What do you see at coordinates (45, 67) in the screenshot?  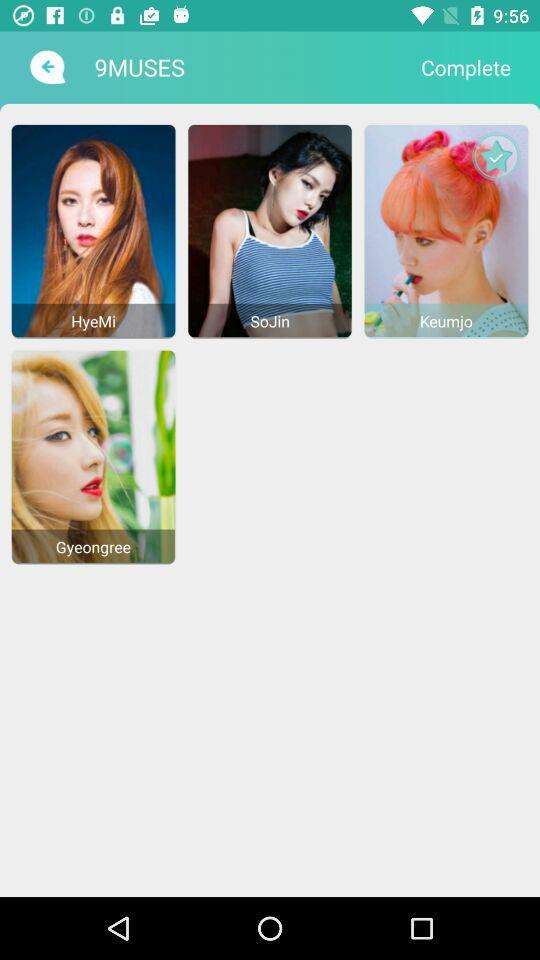 I see `the arrow_backward icon` at bounding box center [45, 67].